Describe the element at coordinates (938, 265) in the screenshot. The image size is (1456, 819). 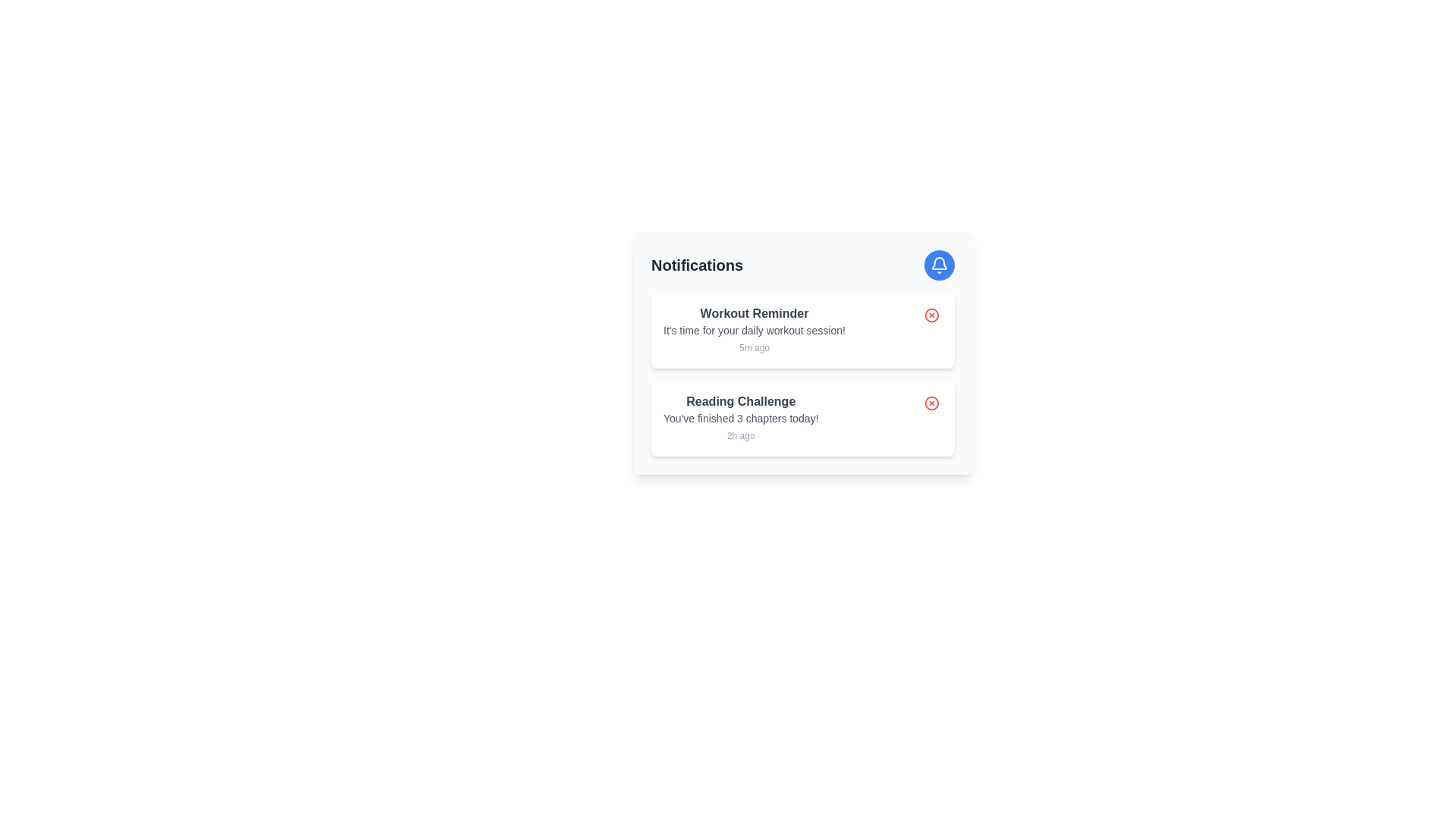
I see `the bell icon button located in the top-right corner of the Notifications panel` at that location.